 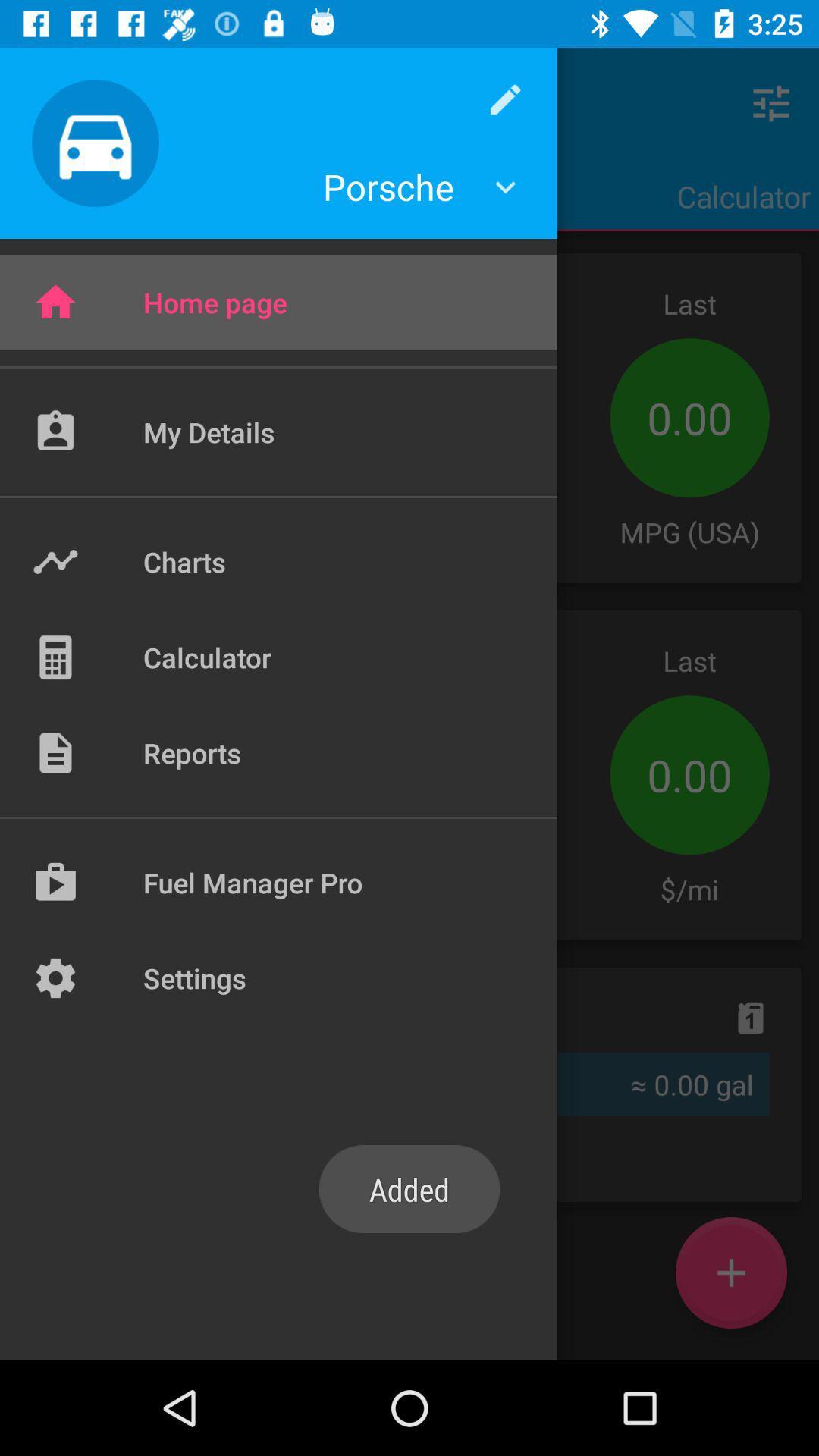 I want to click on the add icon, so click(x=730, y=1272).